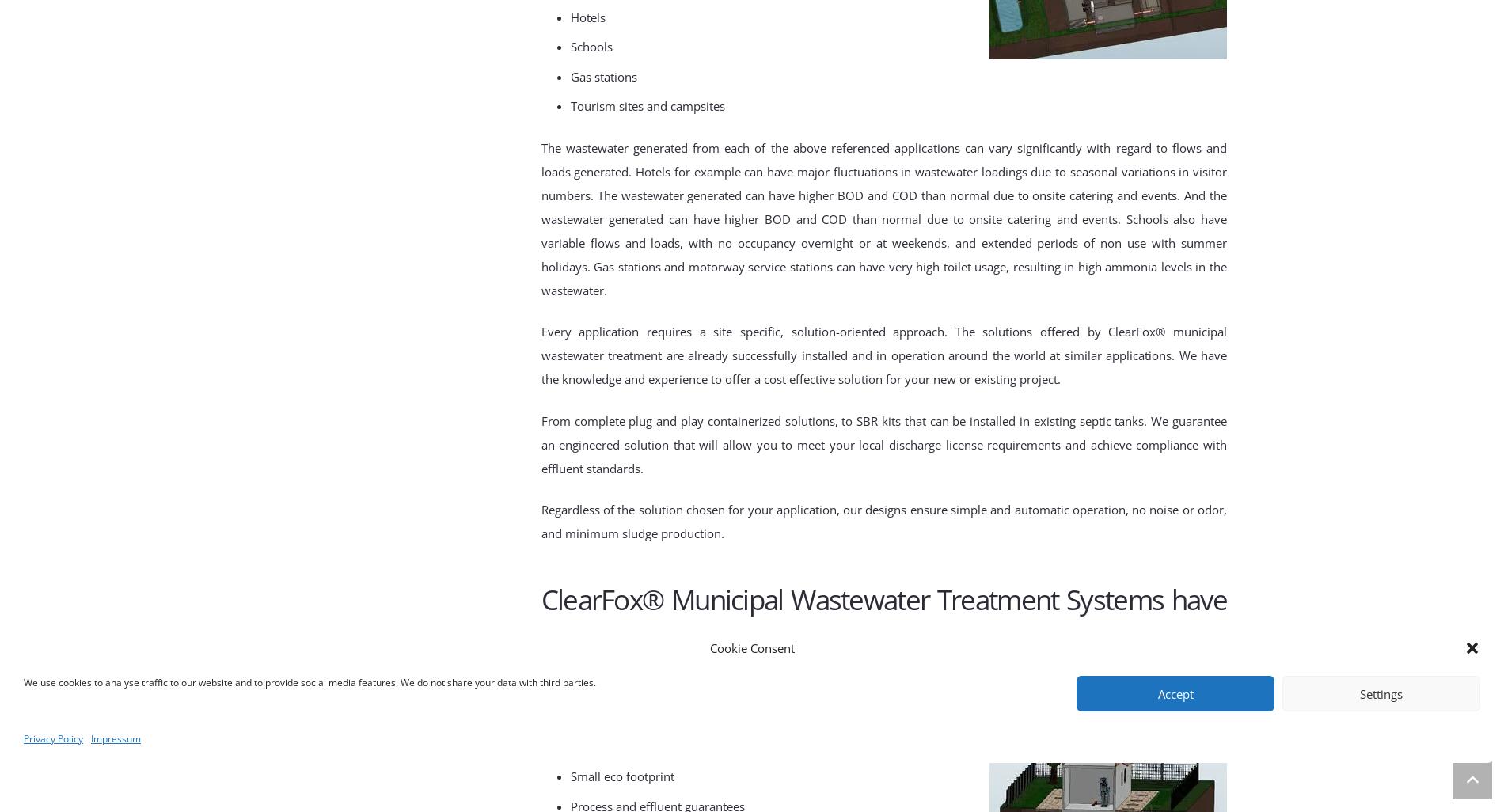  I want to click on 'Small eco footprint', so click(570, 775).